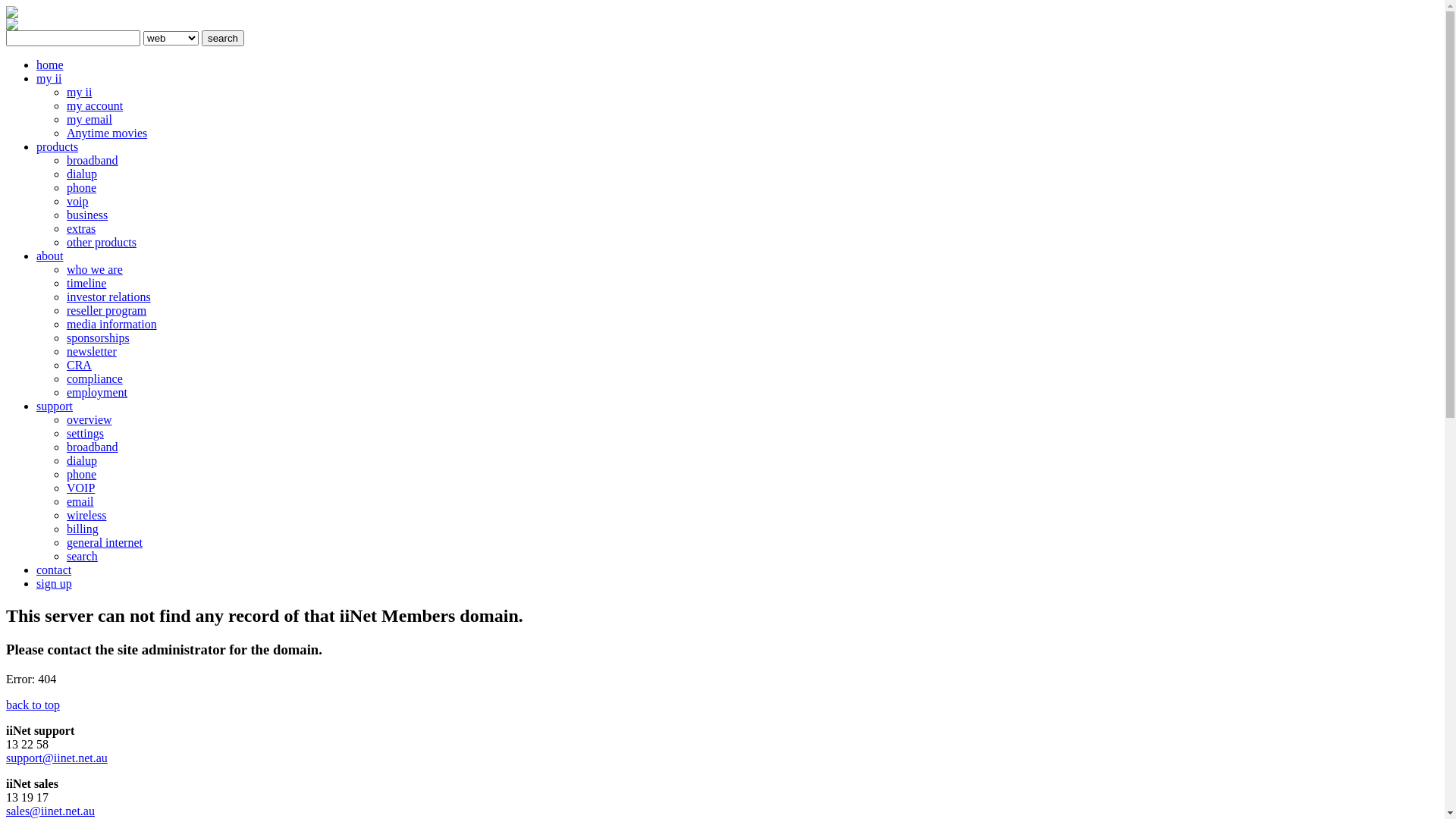  I want to click on 'investor relations', so click(65, 297).